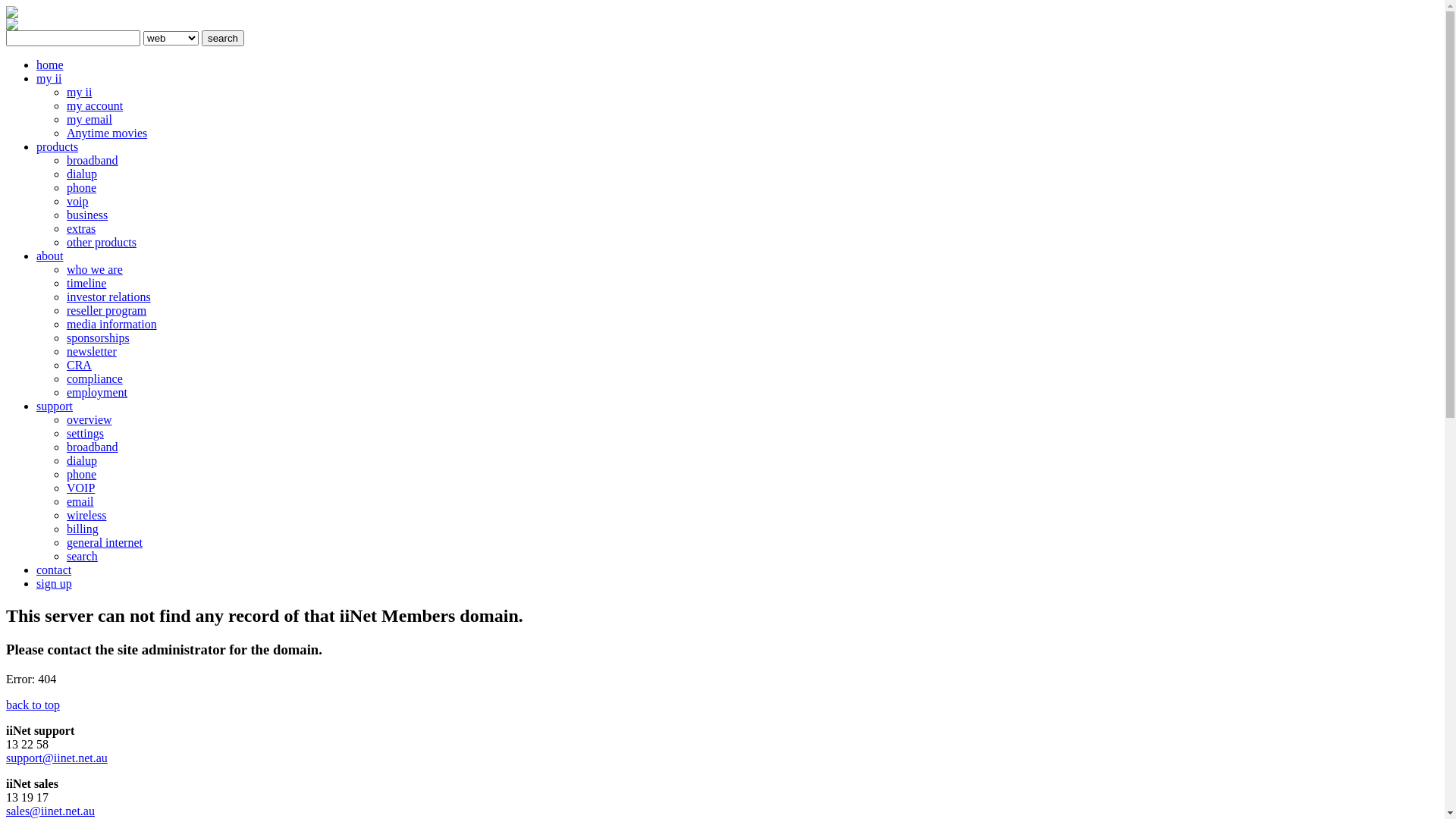  I want to click on 'investor relations', so click(65, 297).